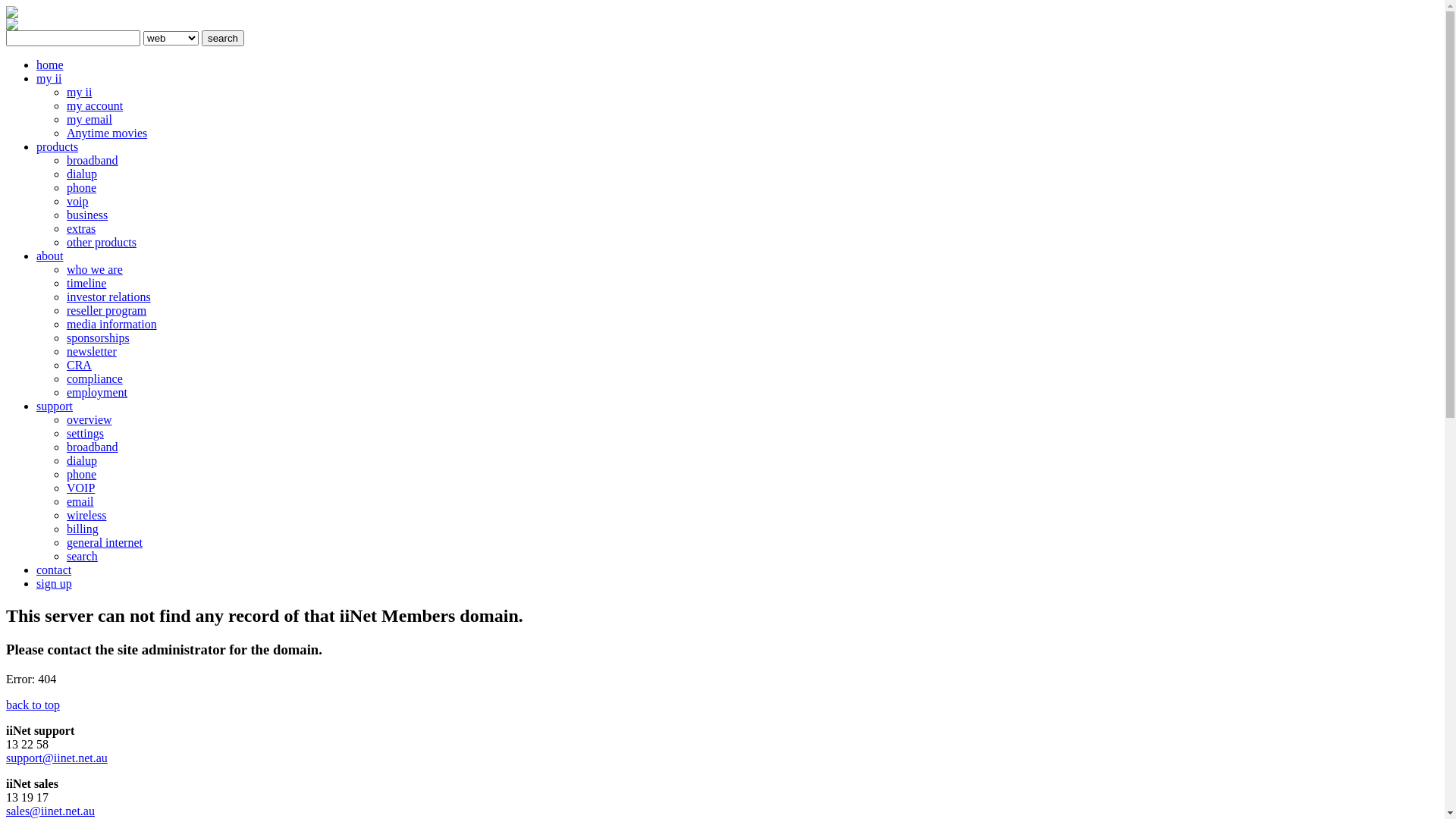  I want to click on 'investor relations', so click(65, 297).